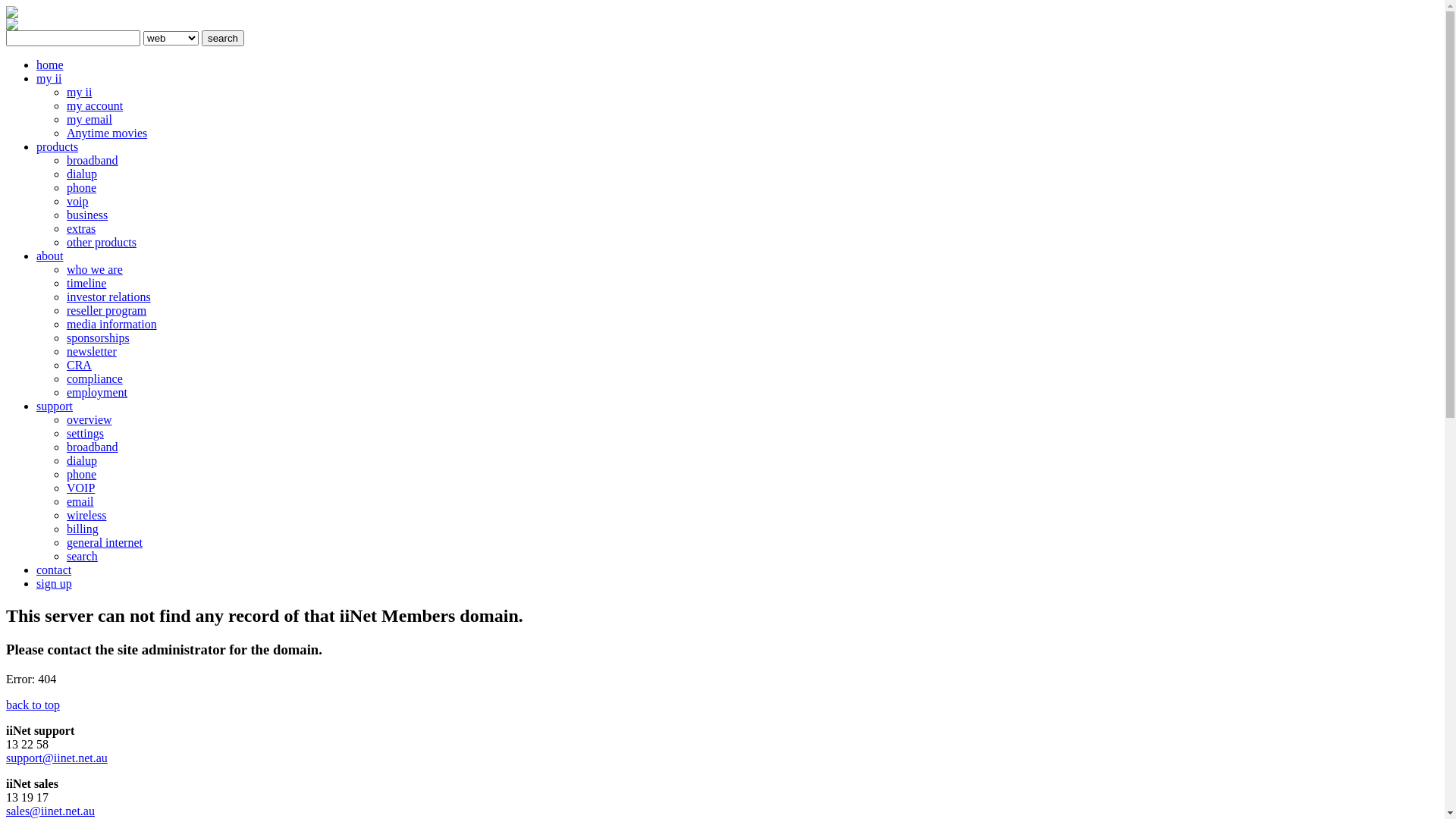  I want to click on 'investor relations', so click(65, 297).